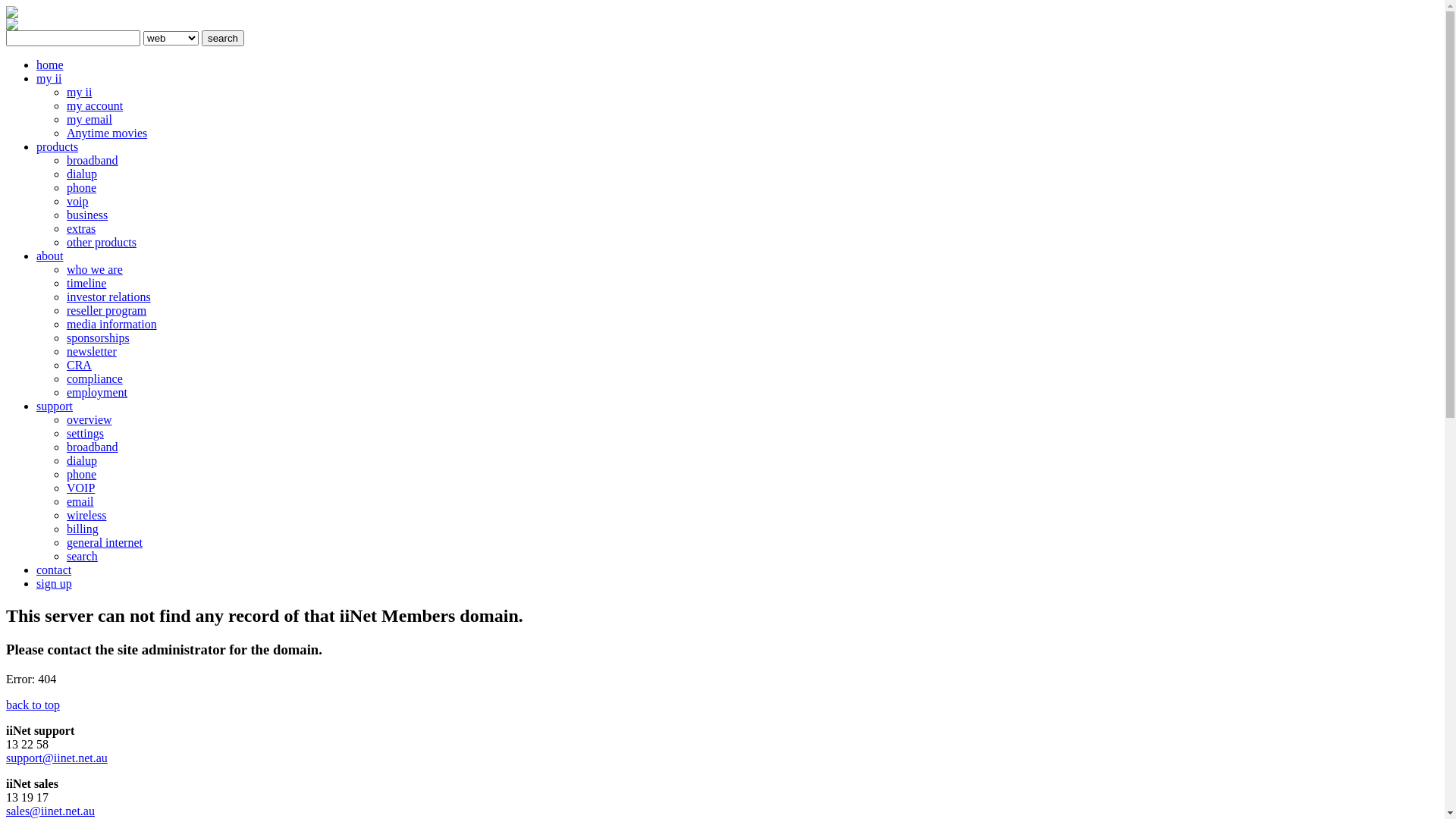  I want to click on 'investor relations', so click(65, 297).